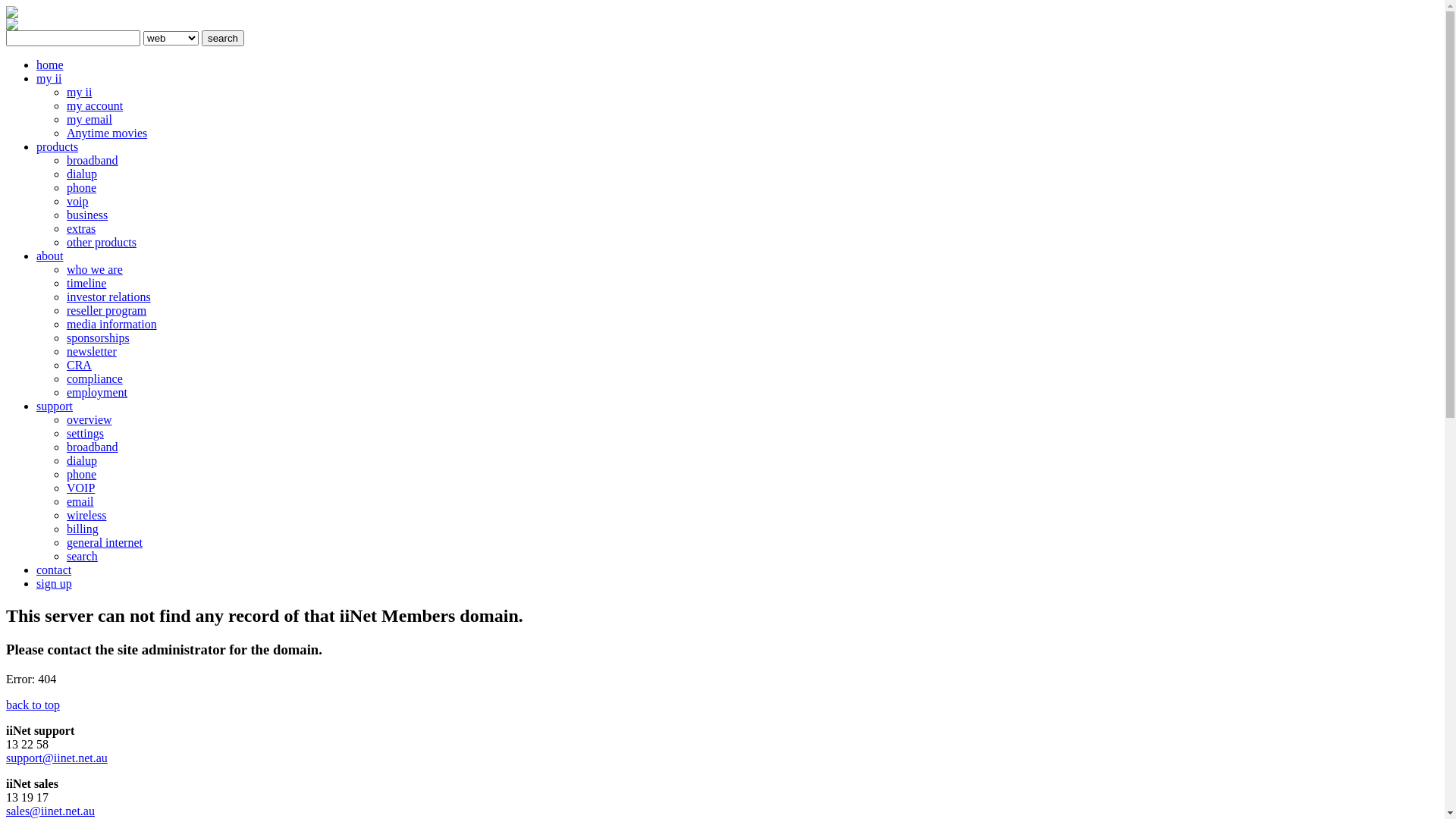  I want to click on 'investor relations', so click(65, 297).